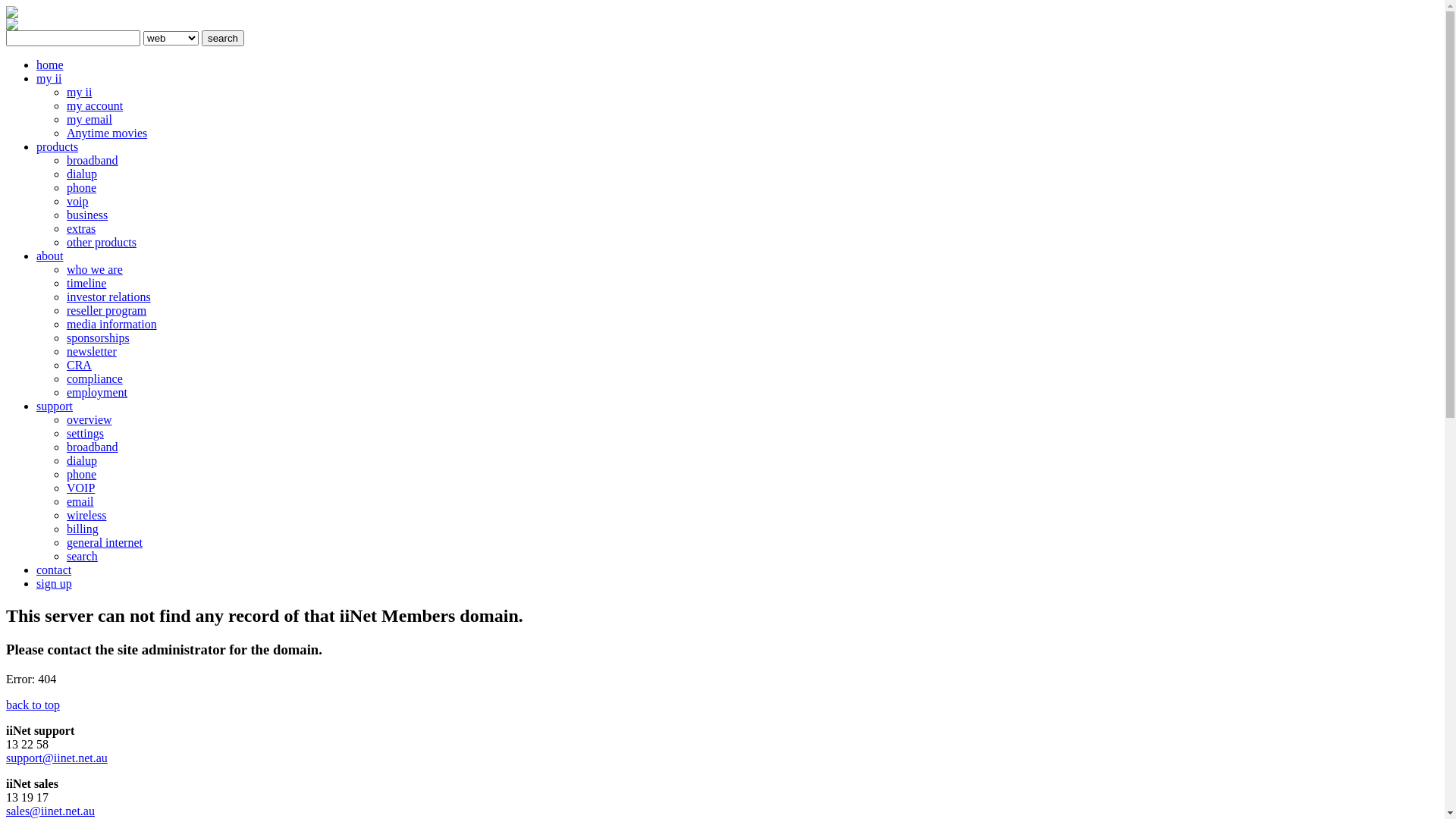  I want to click on 'investor relations', so click(65, 297).